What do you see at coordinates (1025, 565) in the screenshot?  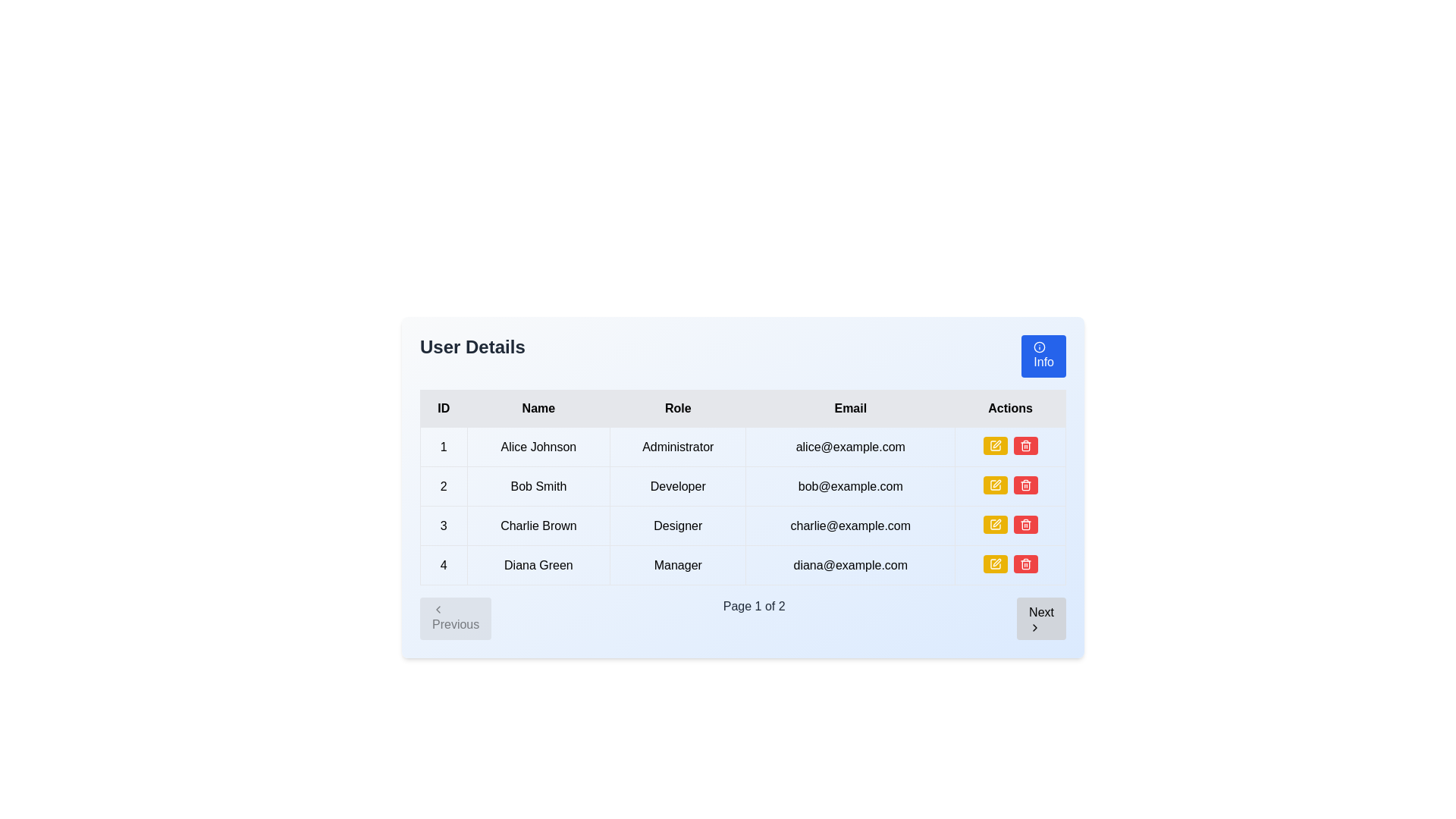 I see `the trash icon component in the 'Actions' column for the entry of 'Diana Green'` at bounding box center [1025, 565].